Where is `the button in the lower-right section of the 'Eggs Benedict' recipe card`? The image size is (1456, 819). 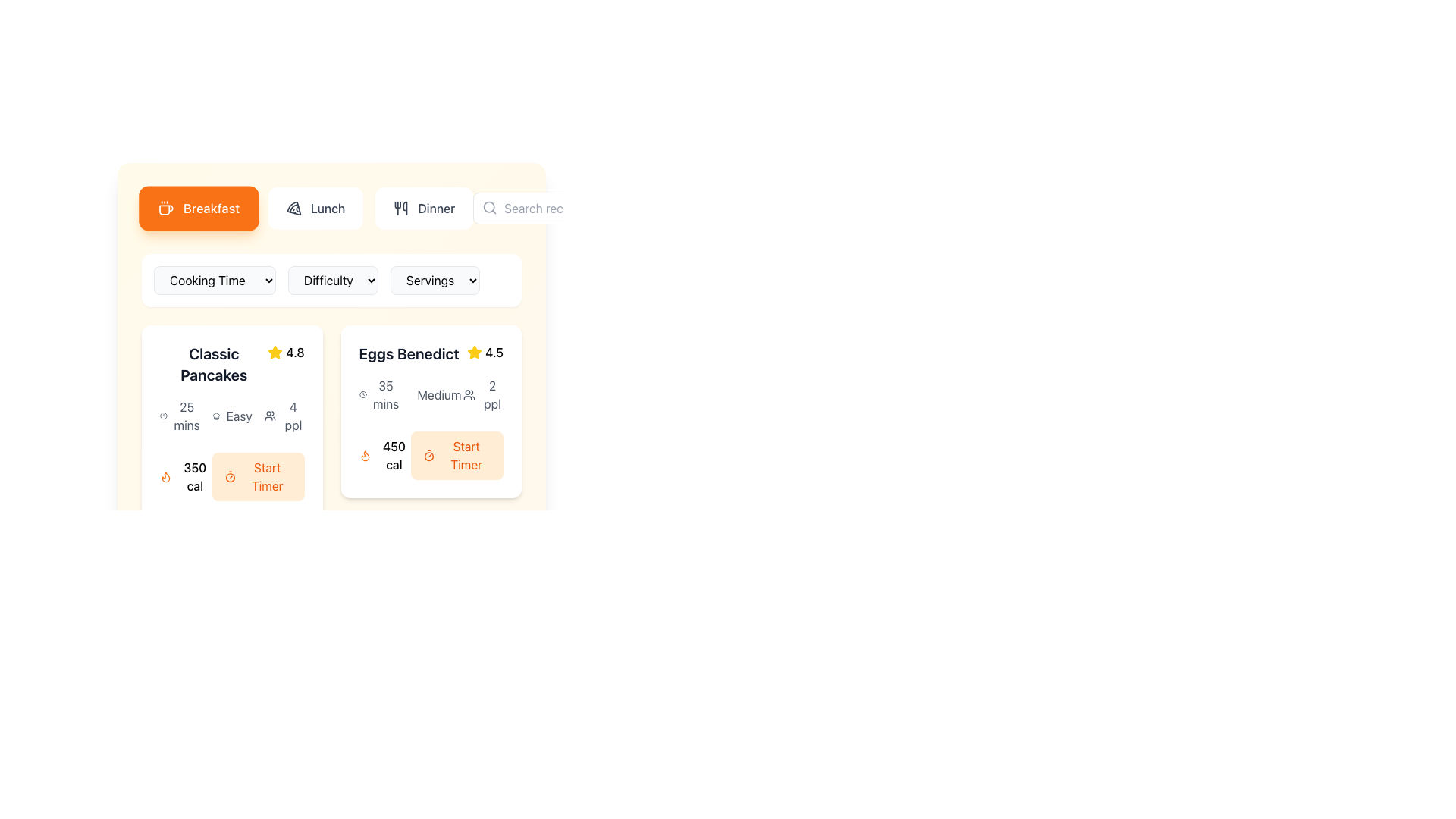
the button in the lower-right section of the 'Eggs Benedict' recipe card is located at coordinates (457, 455).